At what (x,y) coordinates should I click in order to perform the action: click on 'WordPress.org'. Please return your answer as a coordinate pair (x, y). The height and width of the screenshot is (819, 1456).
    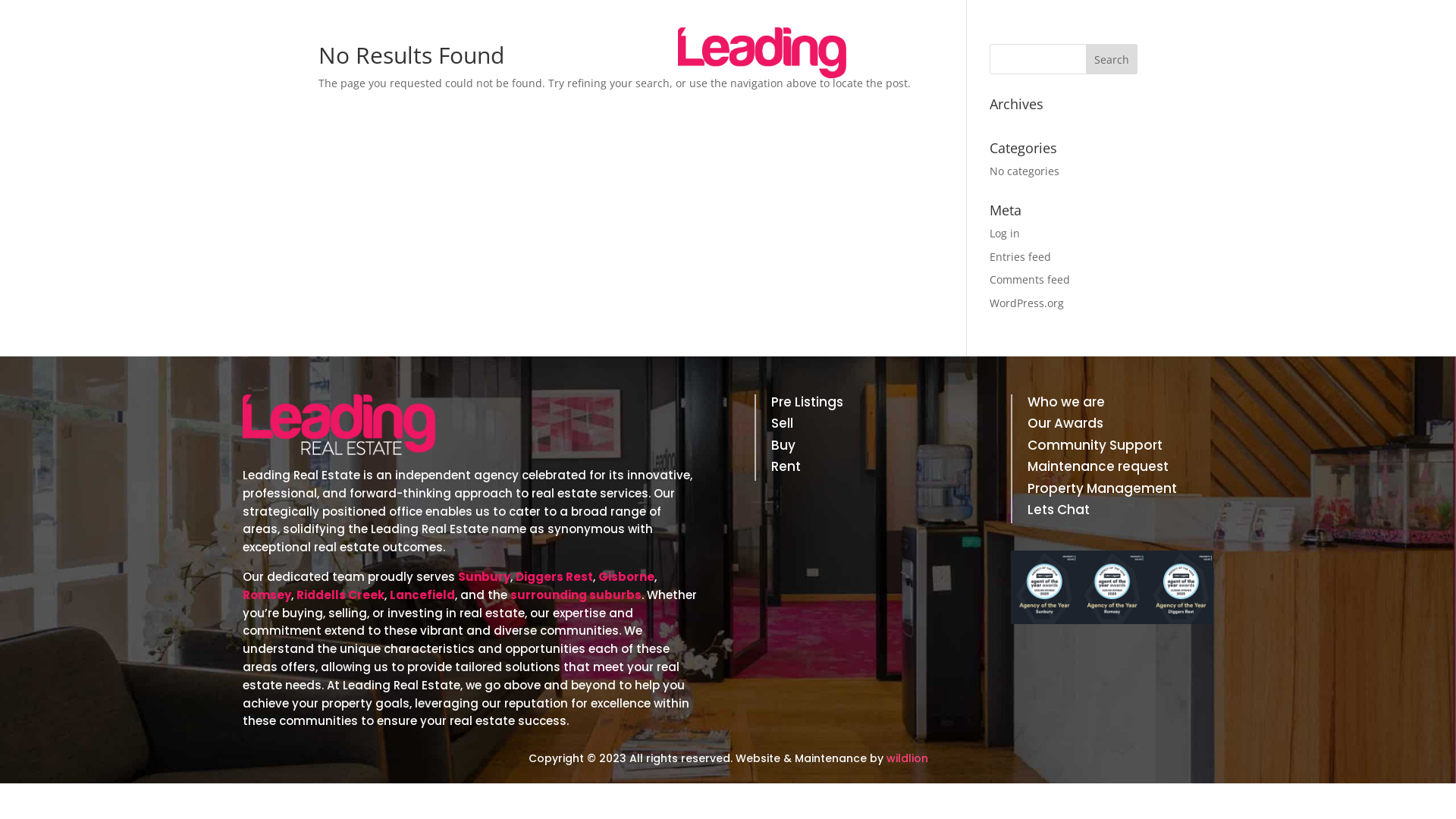
    Looking at the image, I should click on (1026, 303).